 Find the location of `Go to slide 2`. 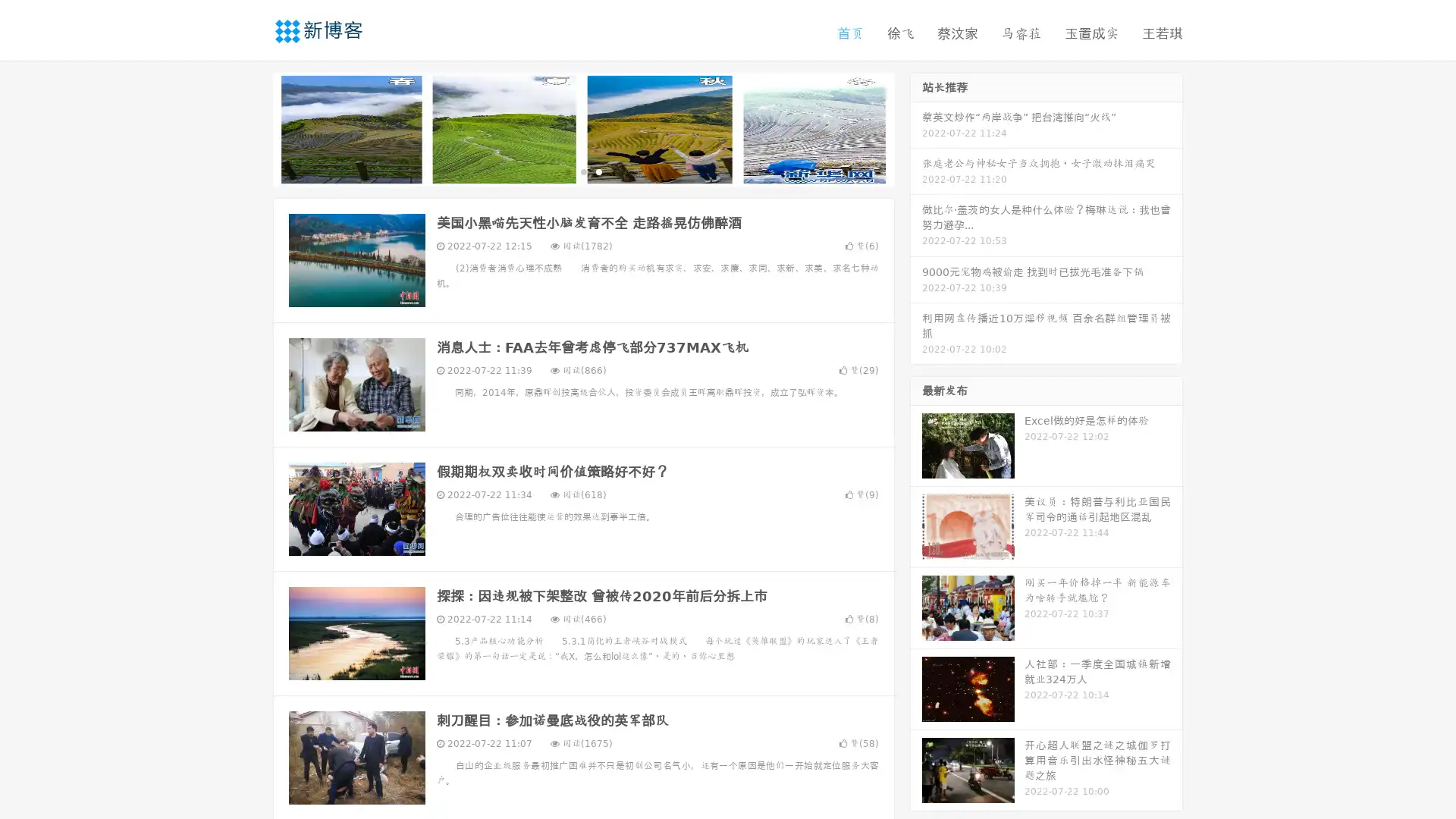

Go to slide 2 is located at coordinates (582, 171).